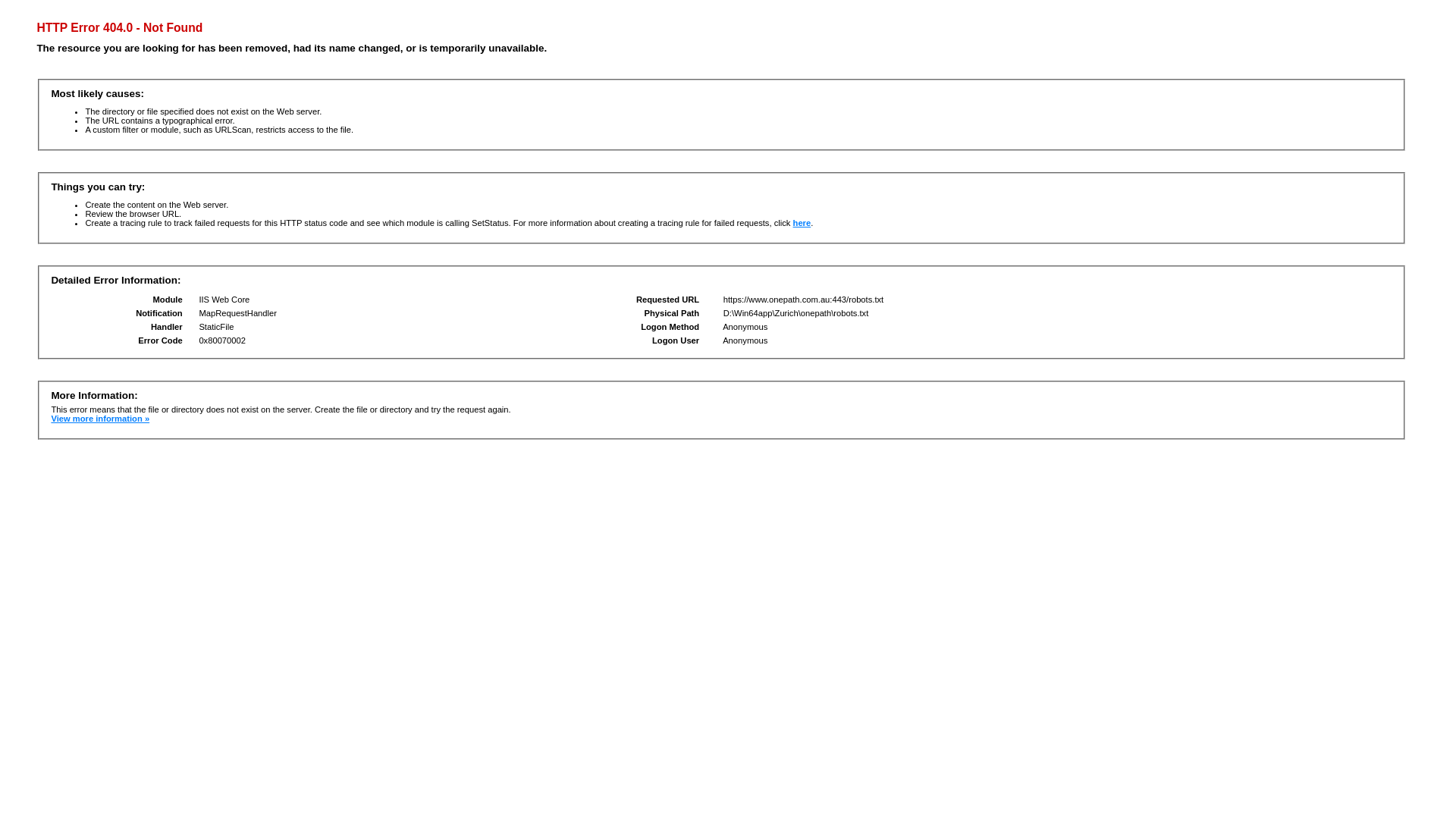  I want to click on 'here', so click(792, 222).